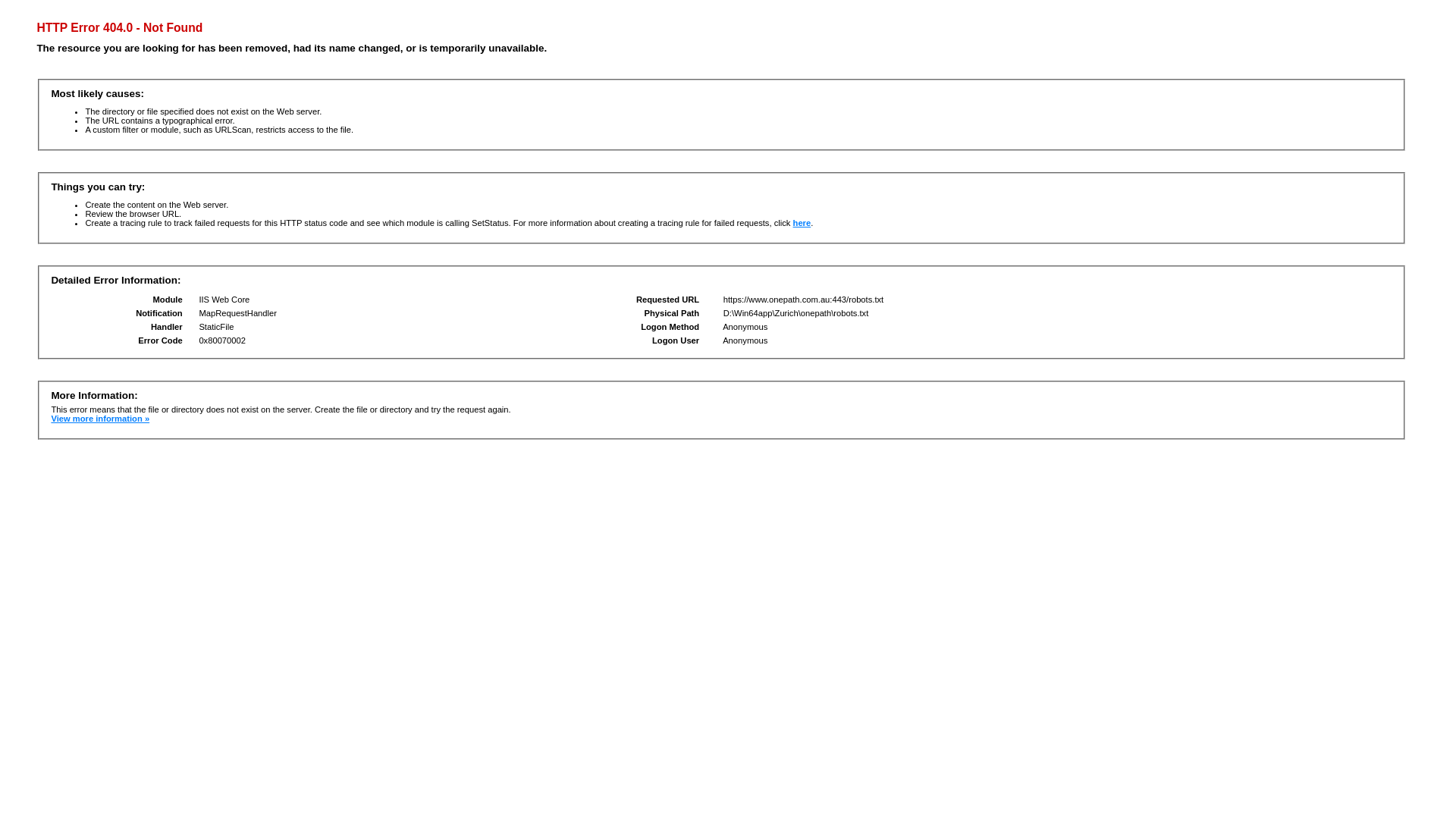  I want to click on 'here', so click(792, 222).